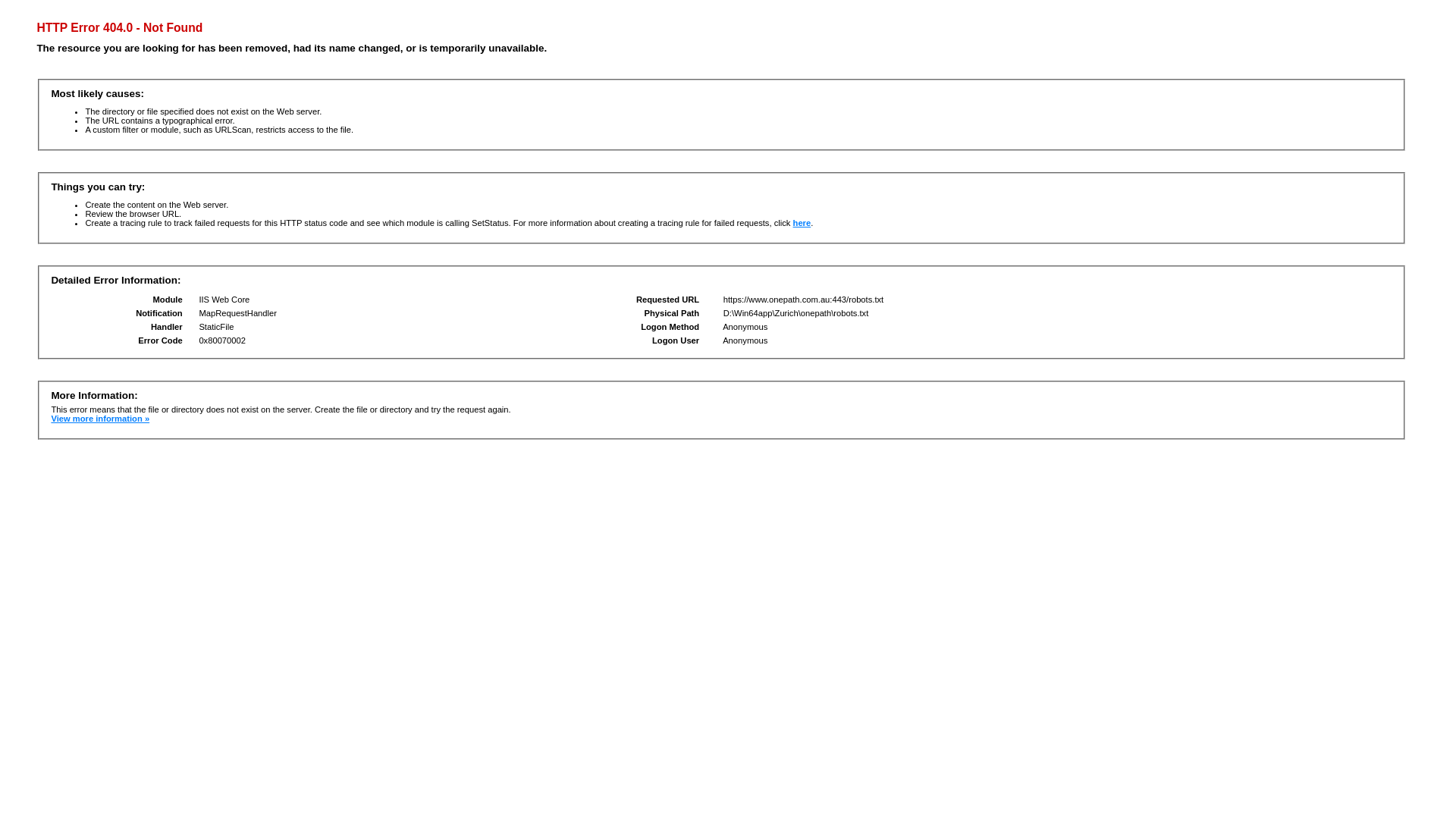  I want to click on 'here', so click(792, 222).